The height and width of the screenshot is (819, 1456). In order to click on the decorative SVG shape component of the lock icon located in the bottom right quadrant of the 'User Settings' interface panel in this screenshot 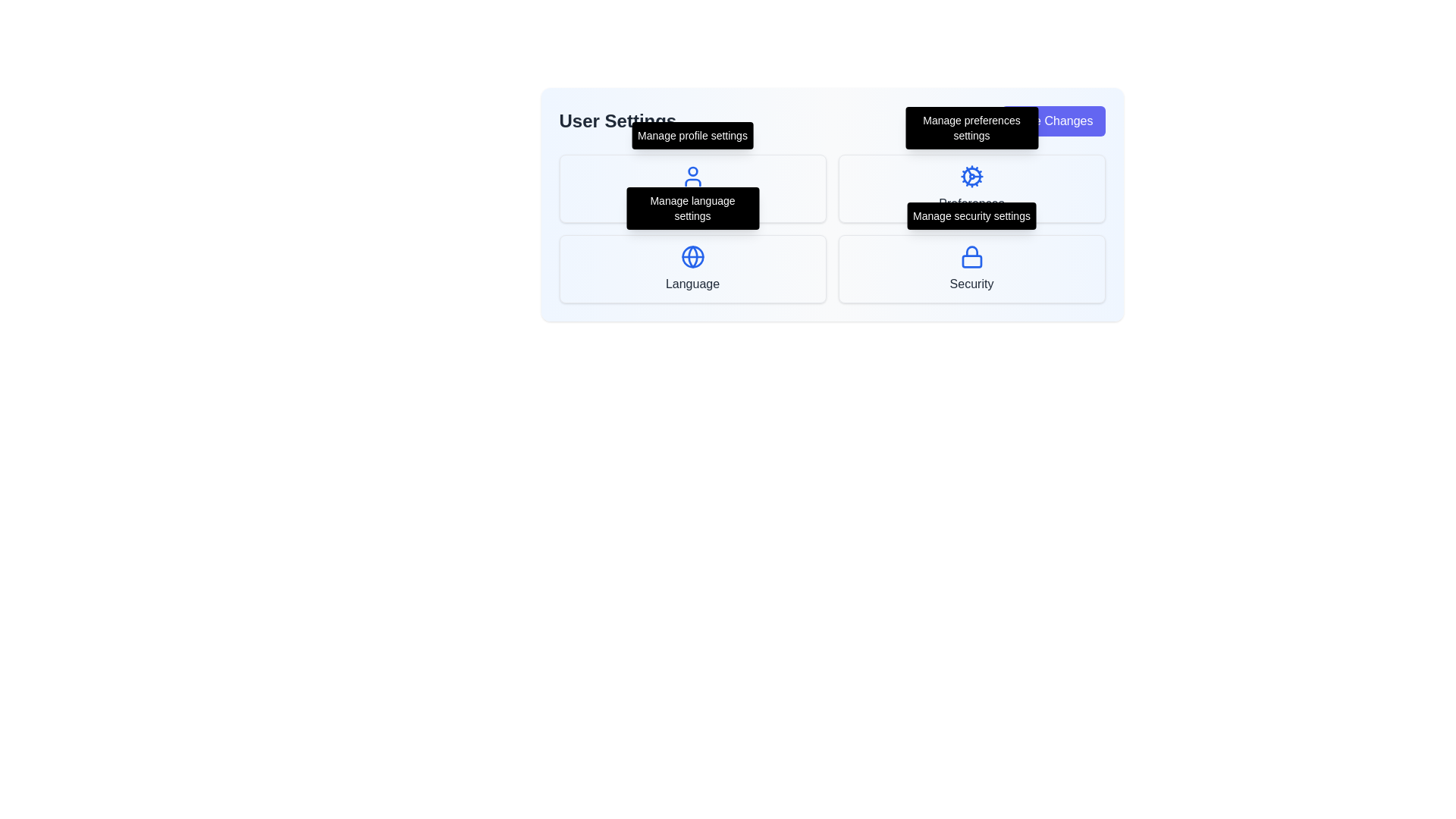, I will do `click(971, 260)`.